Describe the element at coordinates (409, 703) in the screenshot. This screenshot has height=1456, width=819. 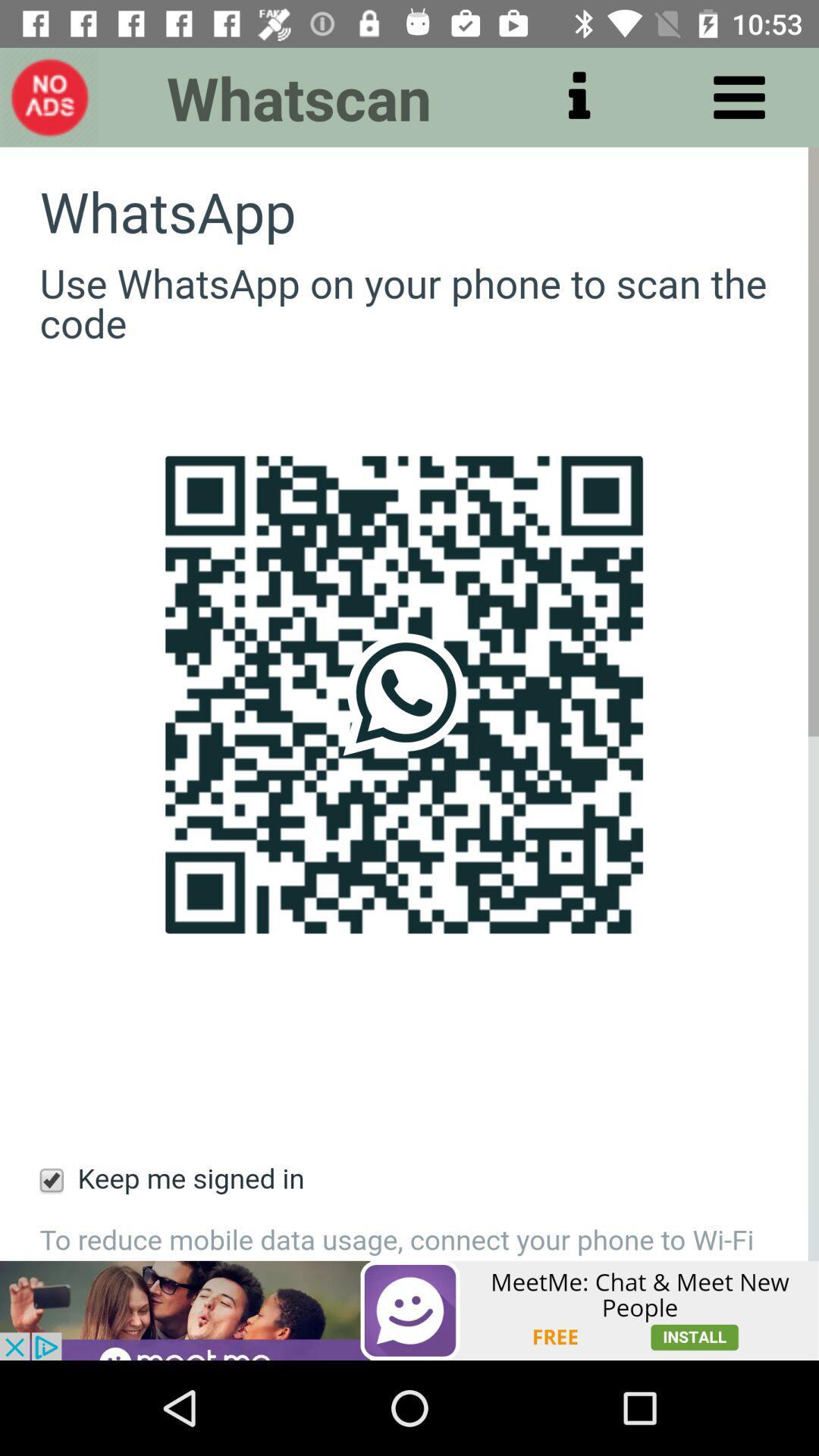
I see `whatsapp scan` at that location.